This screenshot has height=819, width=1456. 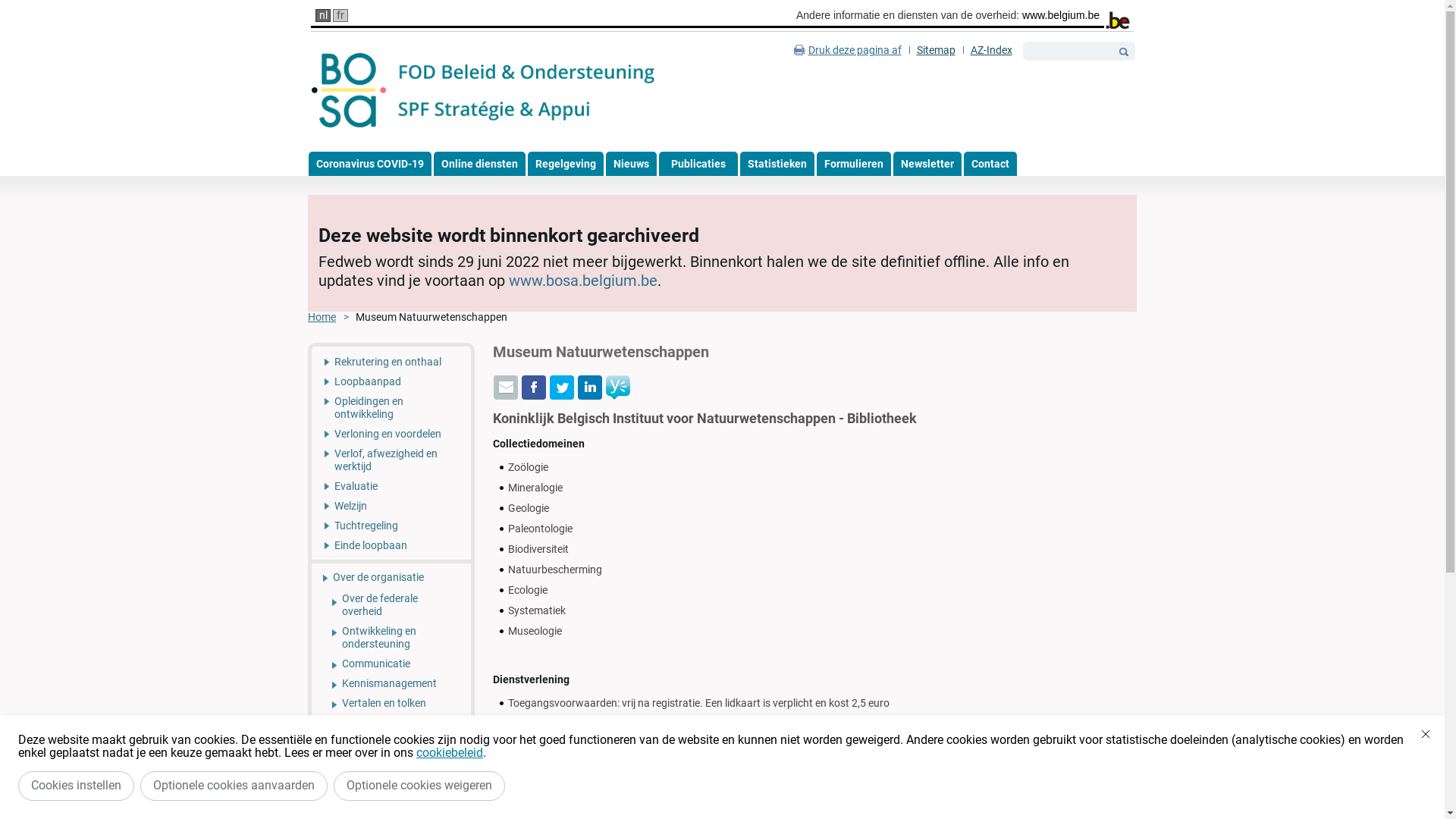 What do you see at coordinates (419, 785) in the screenshot?
I see `'Optionele cookies weigeren'` at bounding box center [419, 785].